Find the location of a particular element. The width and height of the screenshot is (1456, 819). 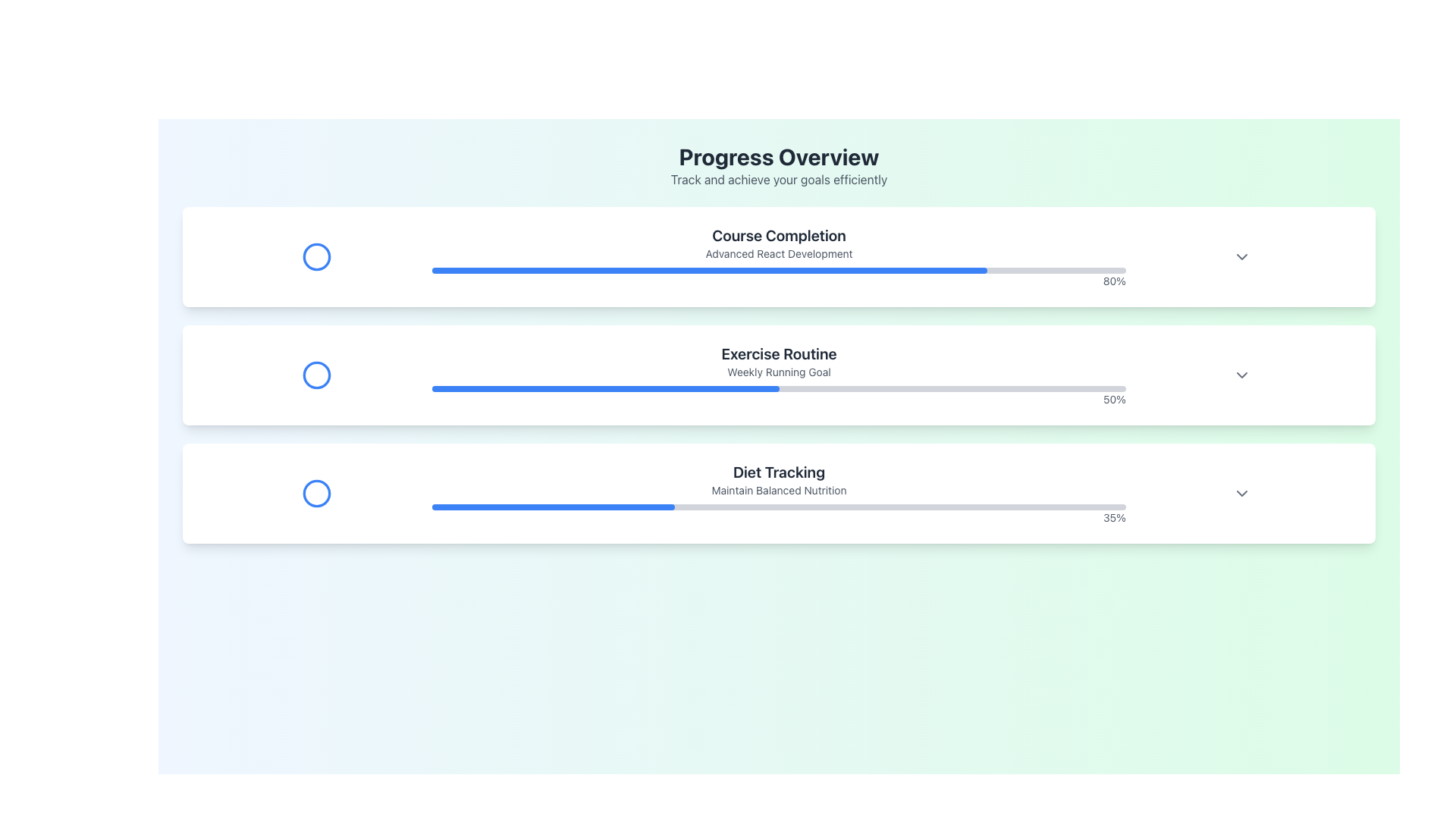

the filled blue section of the progress bar within the 'Diet Tracking' card to indicate the current progress of 35% is located at coordinates (553, 507).